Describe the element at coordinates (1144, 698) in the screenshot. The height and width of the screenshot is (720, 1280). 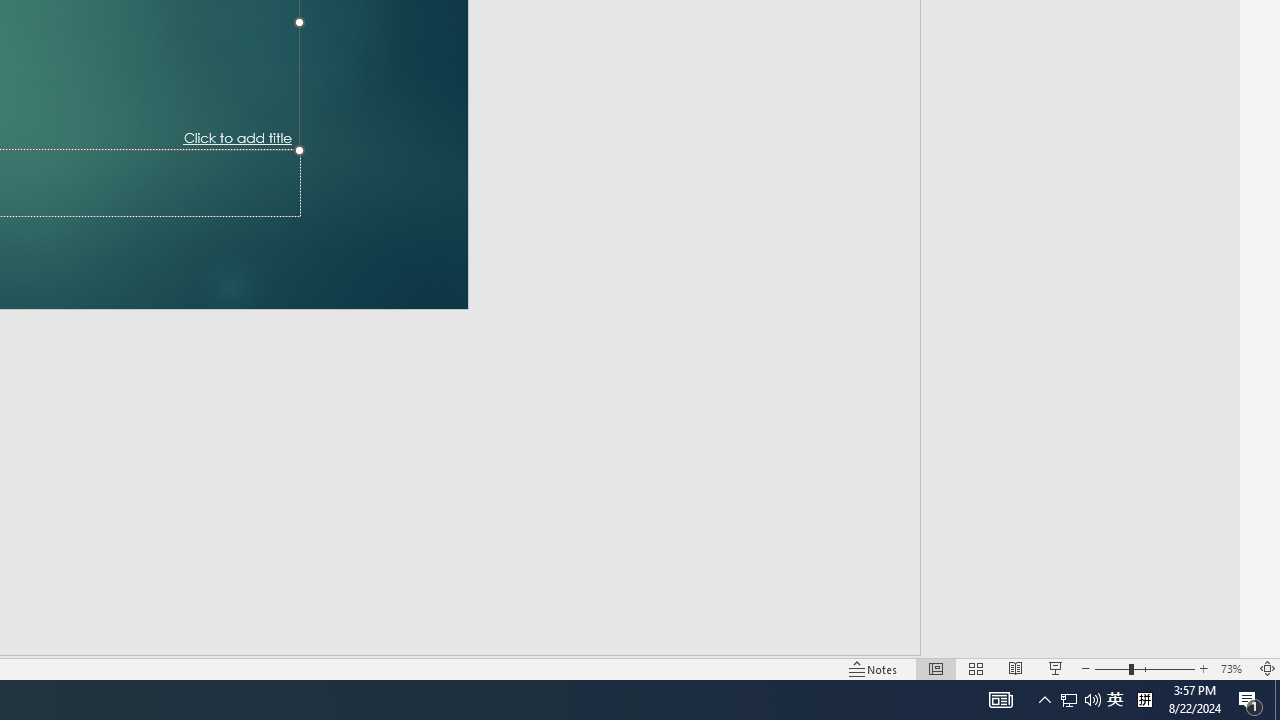
I see `'Tray Input Indicator - Chinese (Simplified, China)'` at that location.